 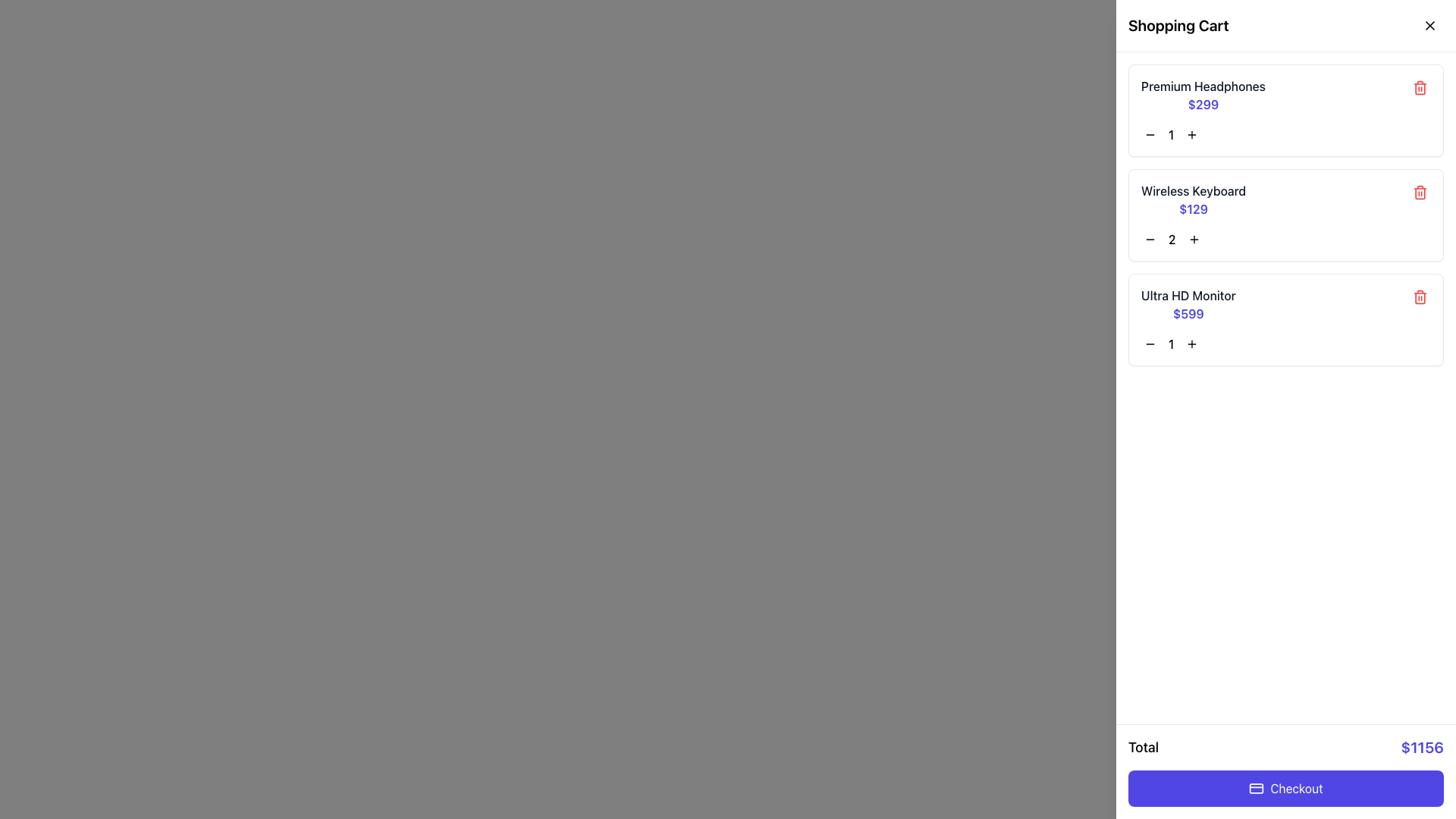 I want to click on the price label displaying "$599" which is styled in bold indigo and located beneath the "Ultra HD Monitor" label in the shopping cart, so click(x=1188, y=312).